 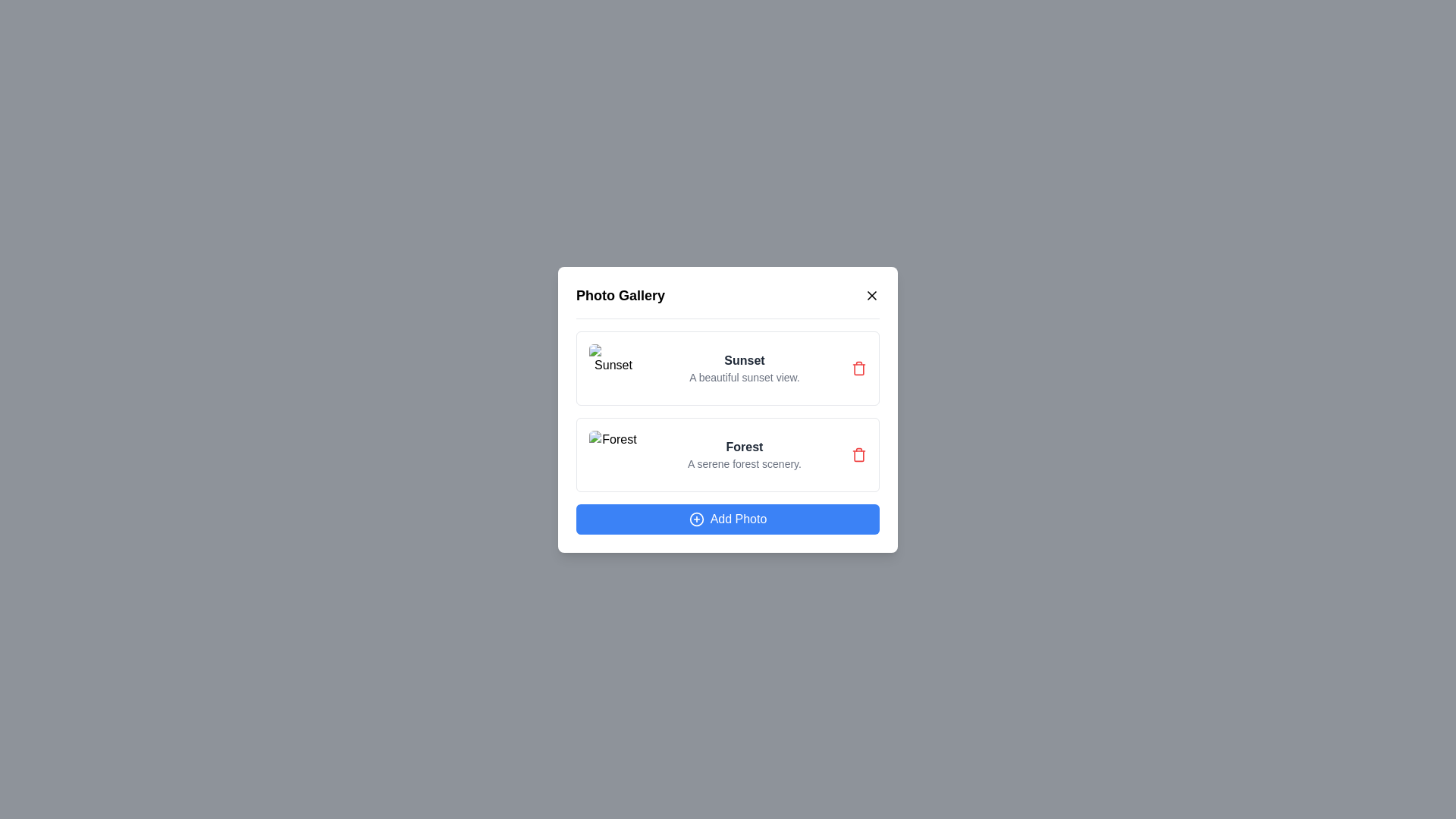 I want to click on the bold, dark-colored text 'Forest' in the second row of the 'Photo Gallery', so click(x=745, y=446).